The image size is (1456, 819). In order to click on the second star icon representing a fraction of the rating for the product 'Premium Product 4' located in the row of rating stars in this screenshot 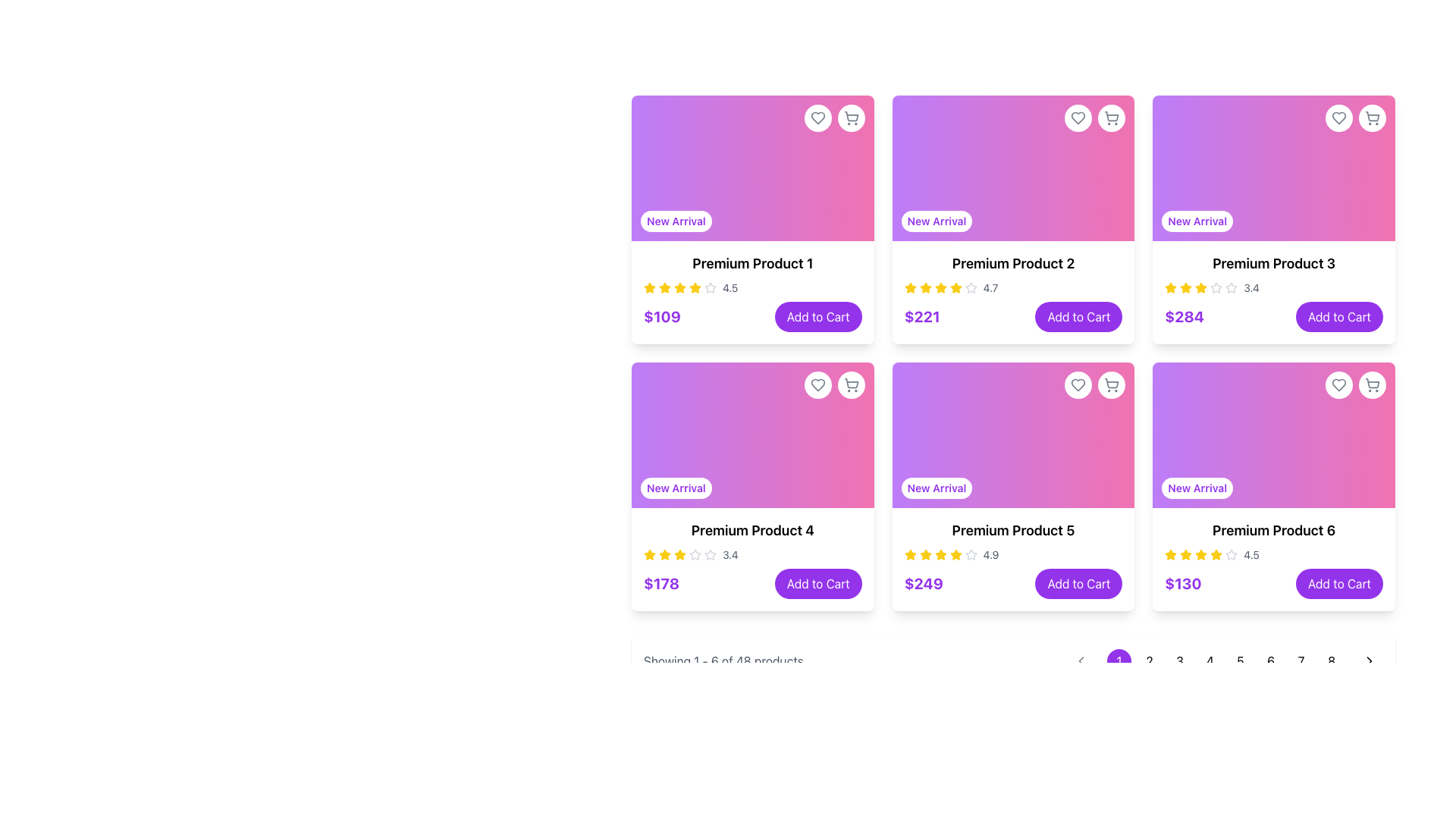, I will do `click(679, 554)`.